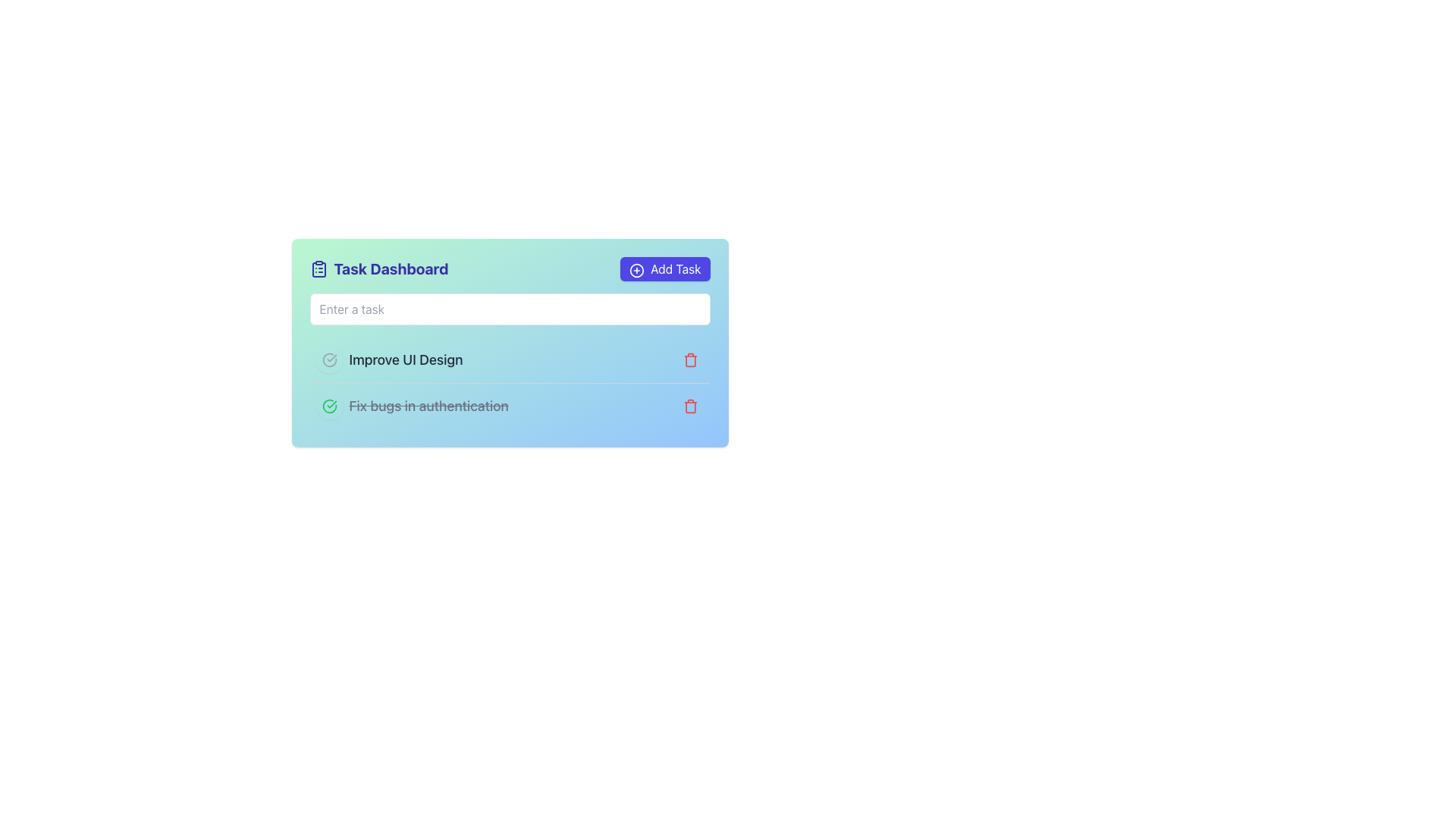 The image size is (1456, 819). What do you see at coordinates (637, 269) in the screenshot?
I see `the icon to the left of the 'Add Task' text in the top-right corner of the task dashboard` at bounding box center [637, 269].